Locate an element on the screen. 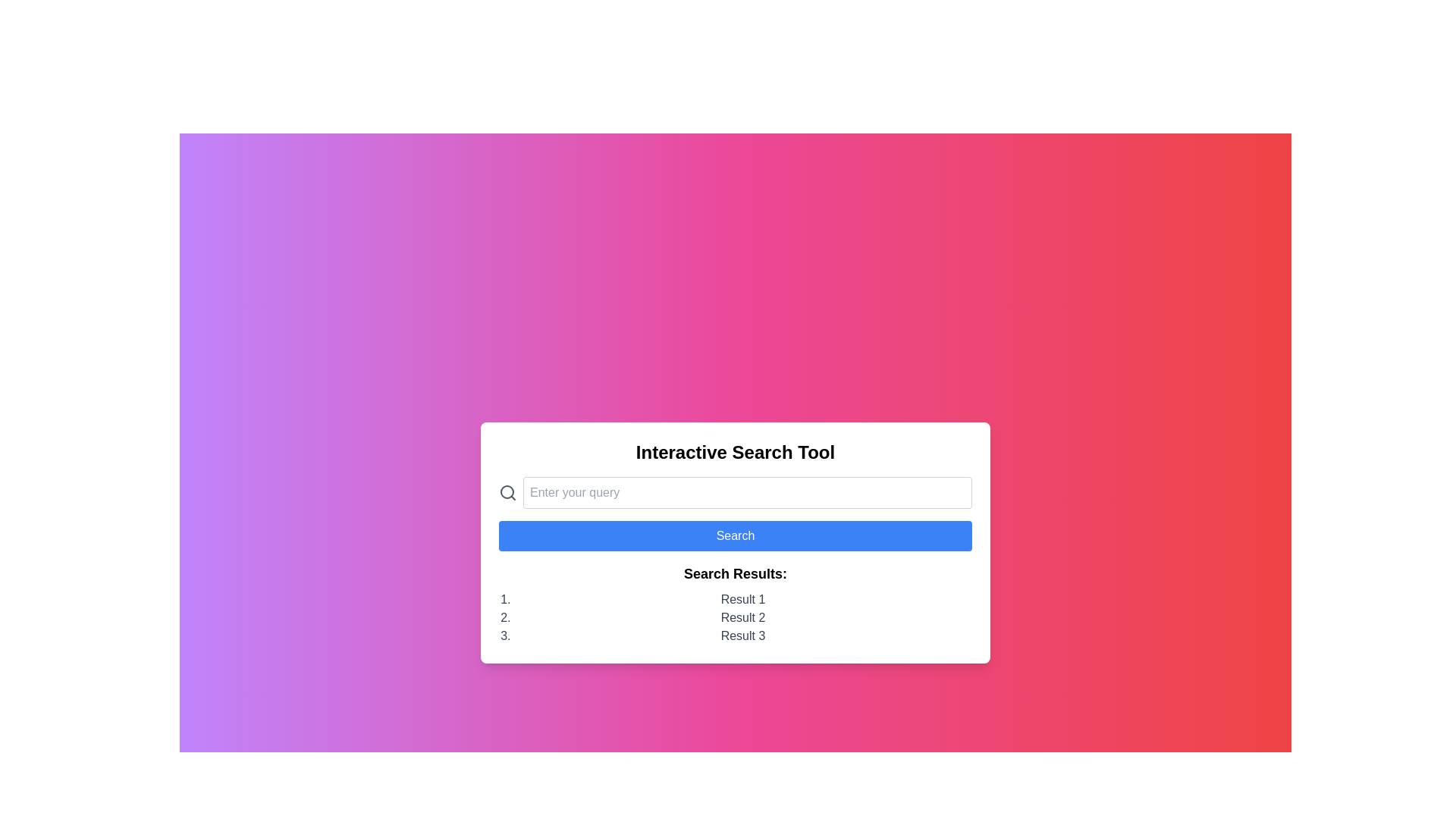 This screenshot has height=819, width=1456. the distinct blue 'Search' button with rounded edges is located at coordinates (735, 542).